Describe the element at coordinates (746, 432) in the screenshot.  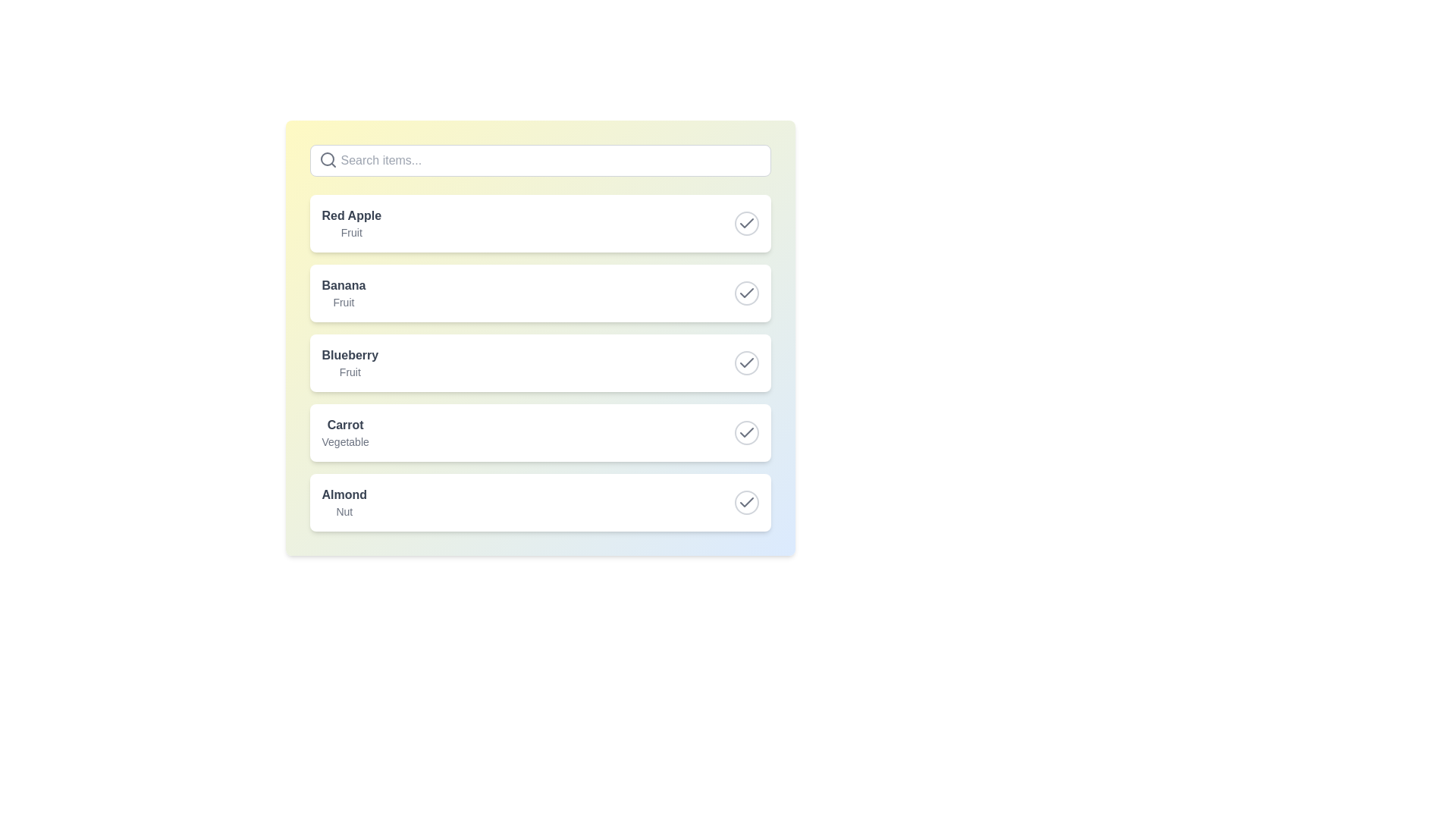
I see `the graphical checkmark icon located in the far right section of the 'Carrot - Vegetable' list item` at that location.